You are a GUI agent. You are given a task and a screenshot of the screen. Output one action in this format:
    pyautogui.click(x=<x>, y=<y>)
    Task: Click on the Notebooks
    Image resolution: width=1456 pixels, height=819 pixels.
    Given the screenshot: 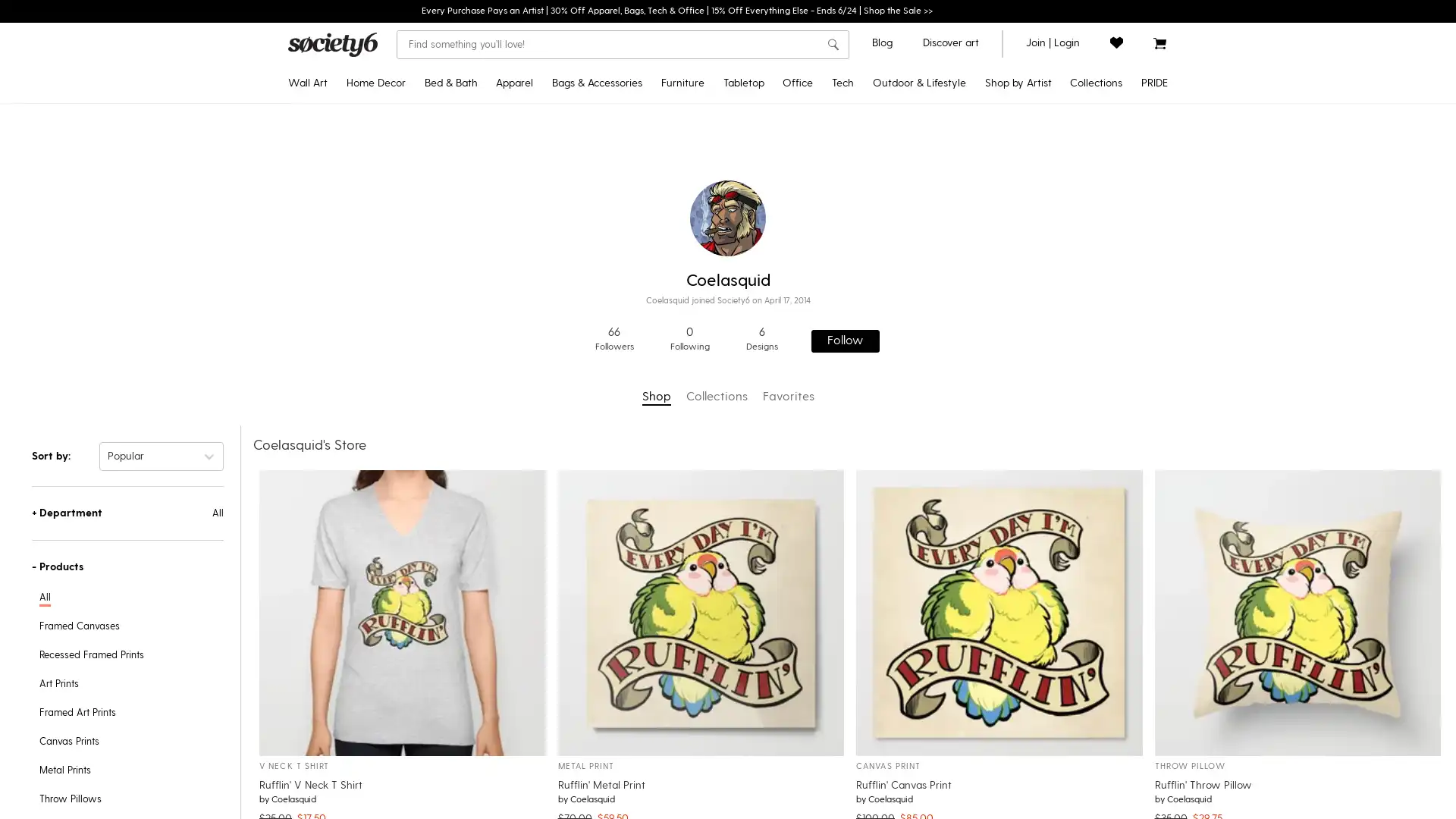 What is the action you would take?
    pyautogui.click(x=835, y=171)
    